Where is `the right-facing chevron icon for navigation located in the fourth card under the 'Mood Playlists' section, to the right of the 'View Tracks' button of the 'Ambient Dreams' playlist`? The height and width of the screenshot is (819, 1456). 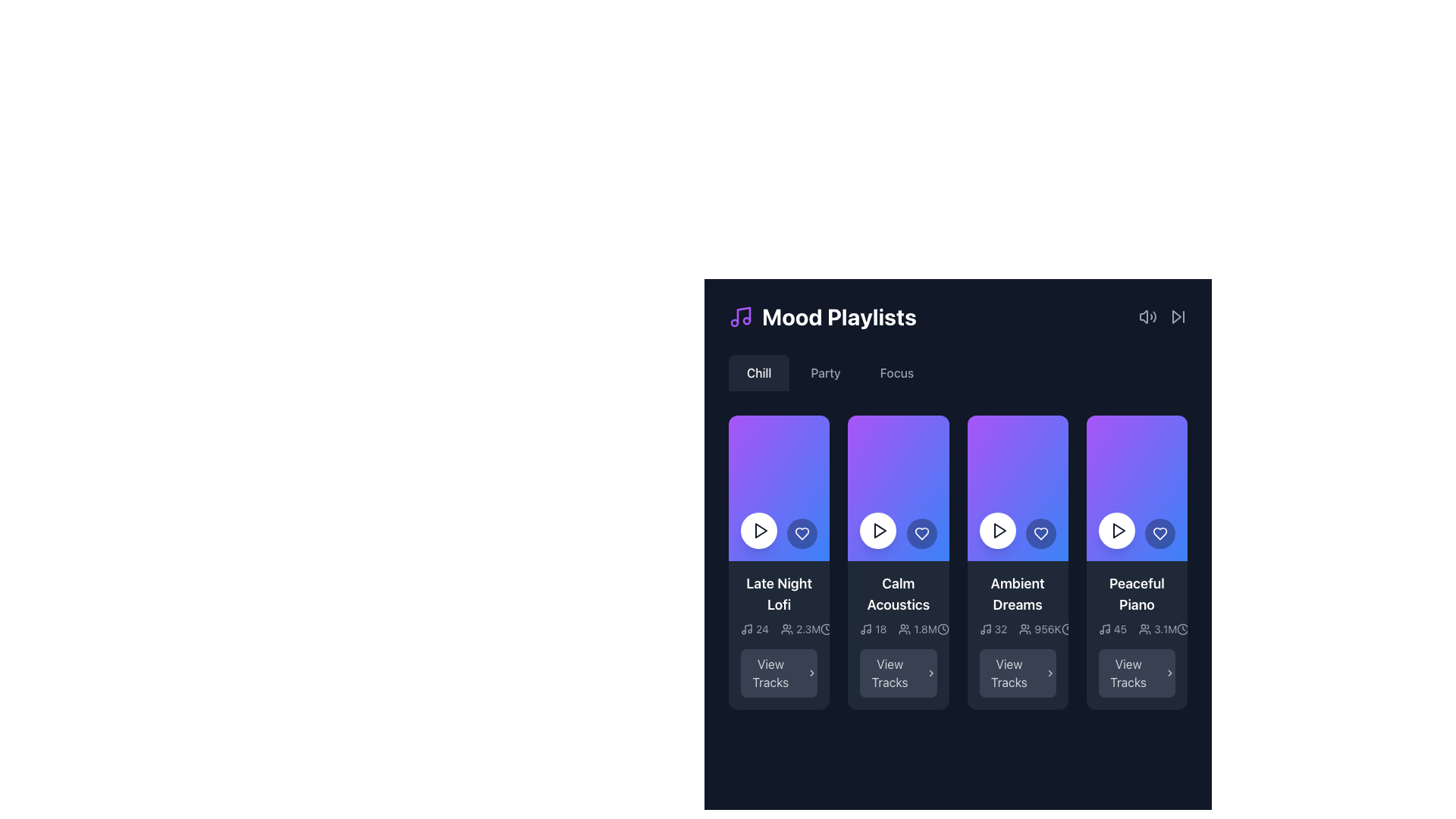
the right-facing chevron icon for navigation located in the fourth card under the 'Mood Playlists' section, to the right of the 'View Tracks' button of the 'Ambient Dreams' playlist is located at coordinates (1050, 672).